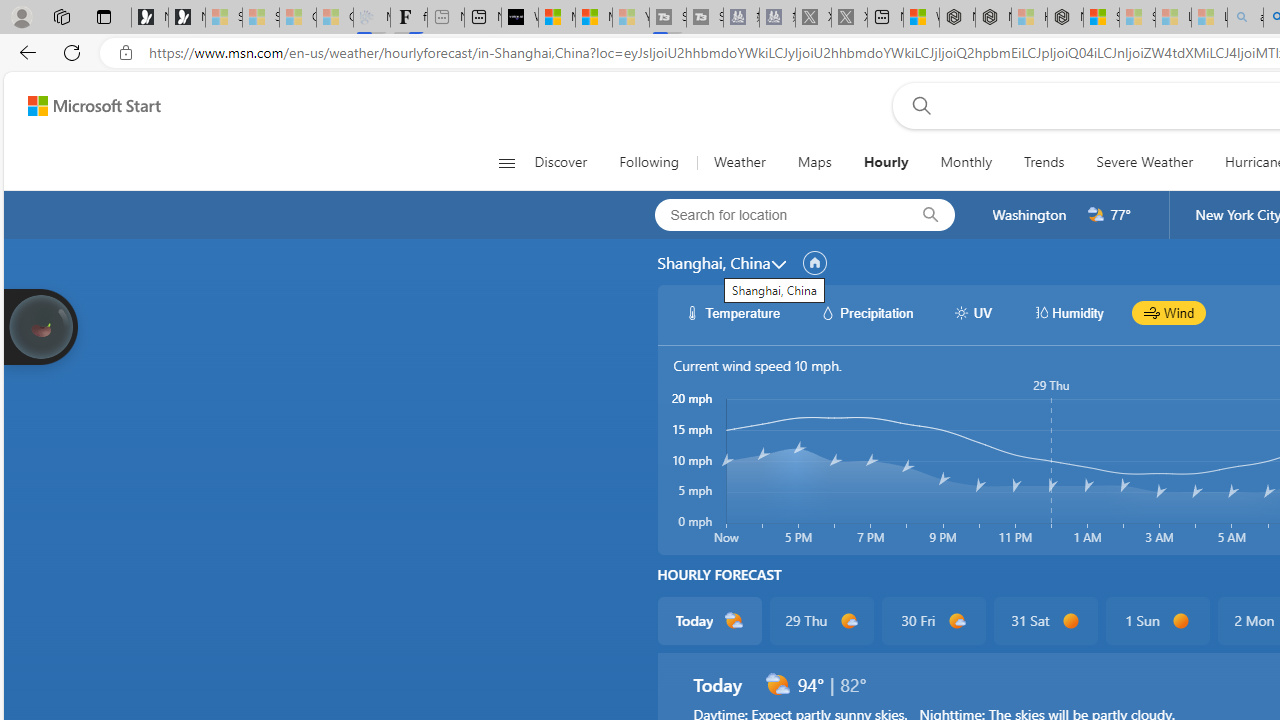  Describe the element at coordinates (866, 312) in the screenshot. I see `'hourlyChart/precipitationWhite Precipitation'` at that location.